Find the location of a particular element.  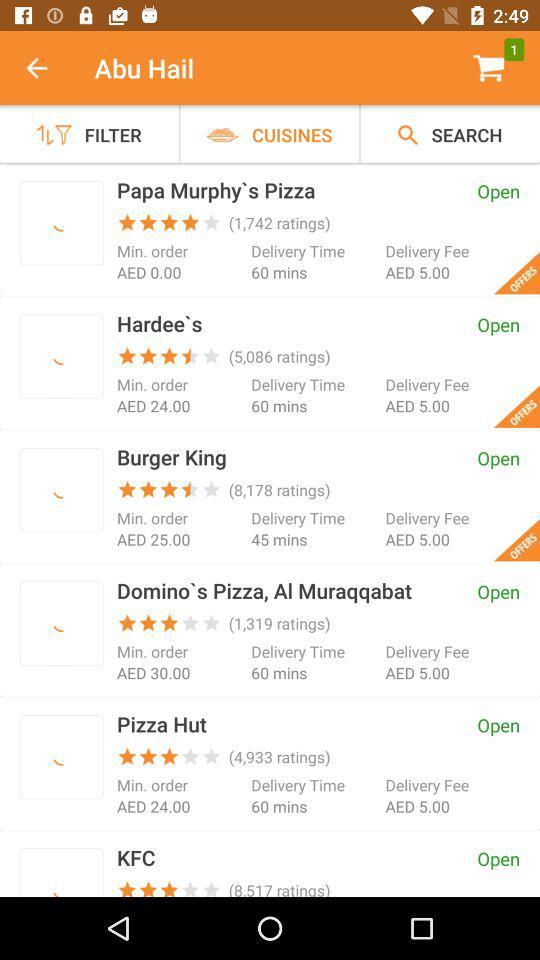

go back is located at coordinates (47, 68).